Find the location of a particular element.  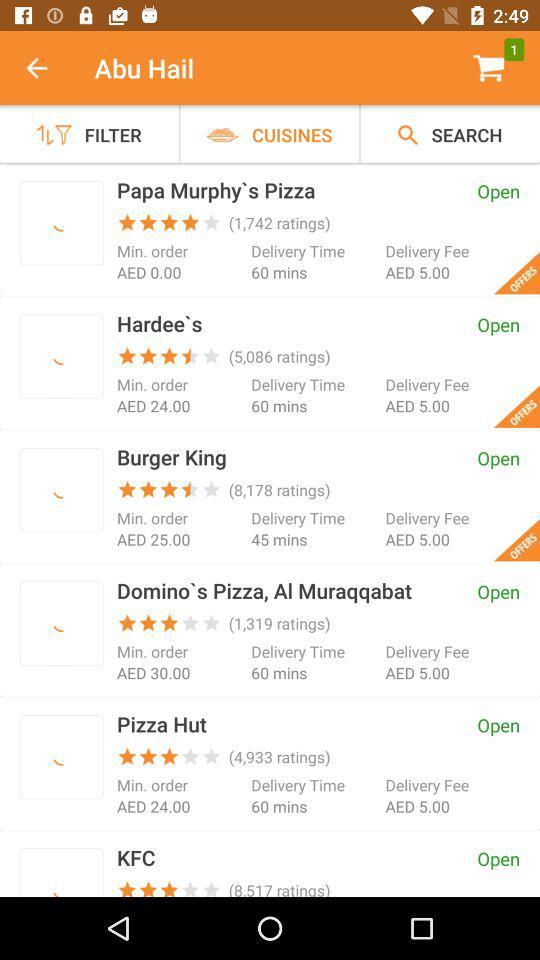

go back is located at coordinates (47, 68).